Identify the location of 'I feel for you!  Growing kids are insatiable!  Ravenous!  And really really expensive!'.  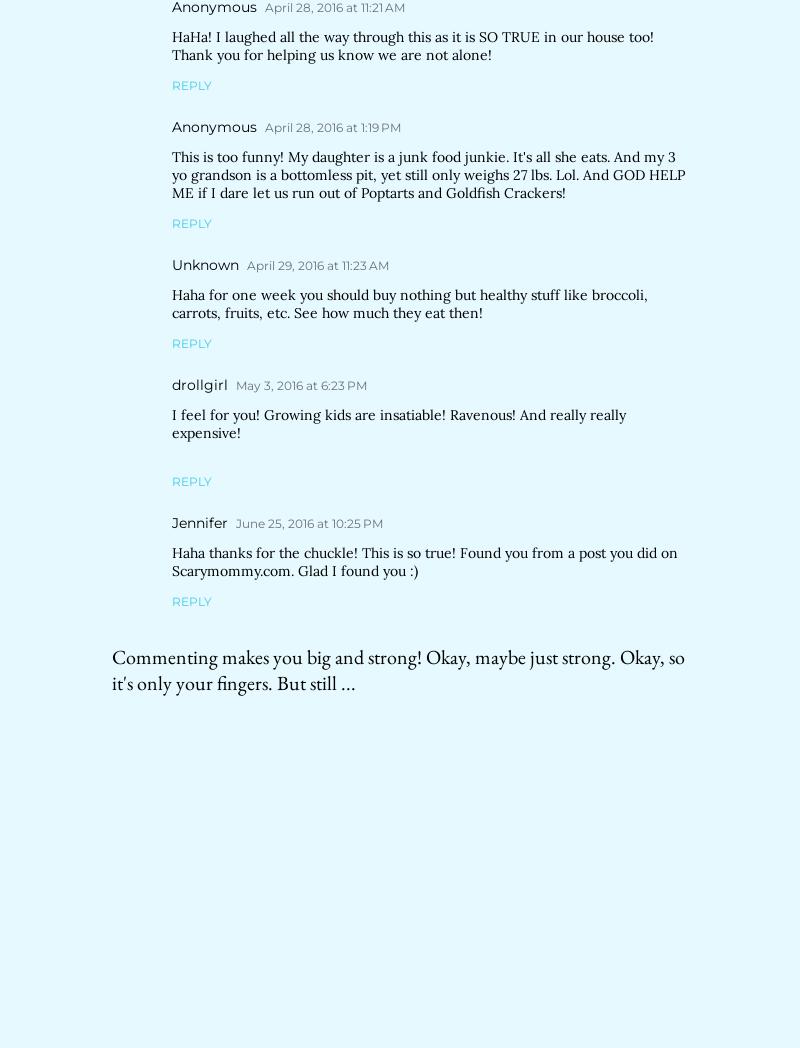
(171, 424).